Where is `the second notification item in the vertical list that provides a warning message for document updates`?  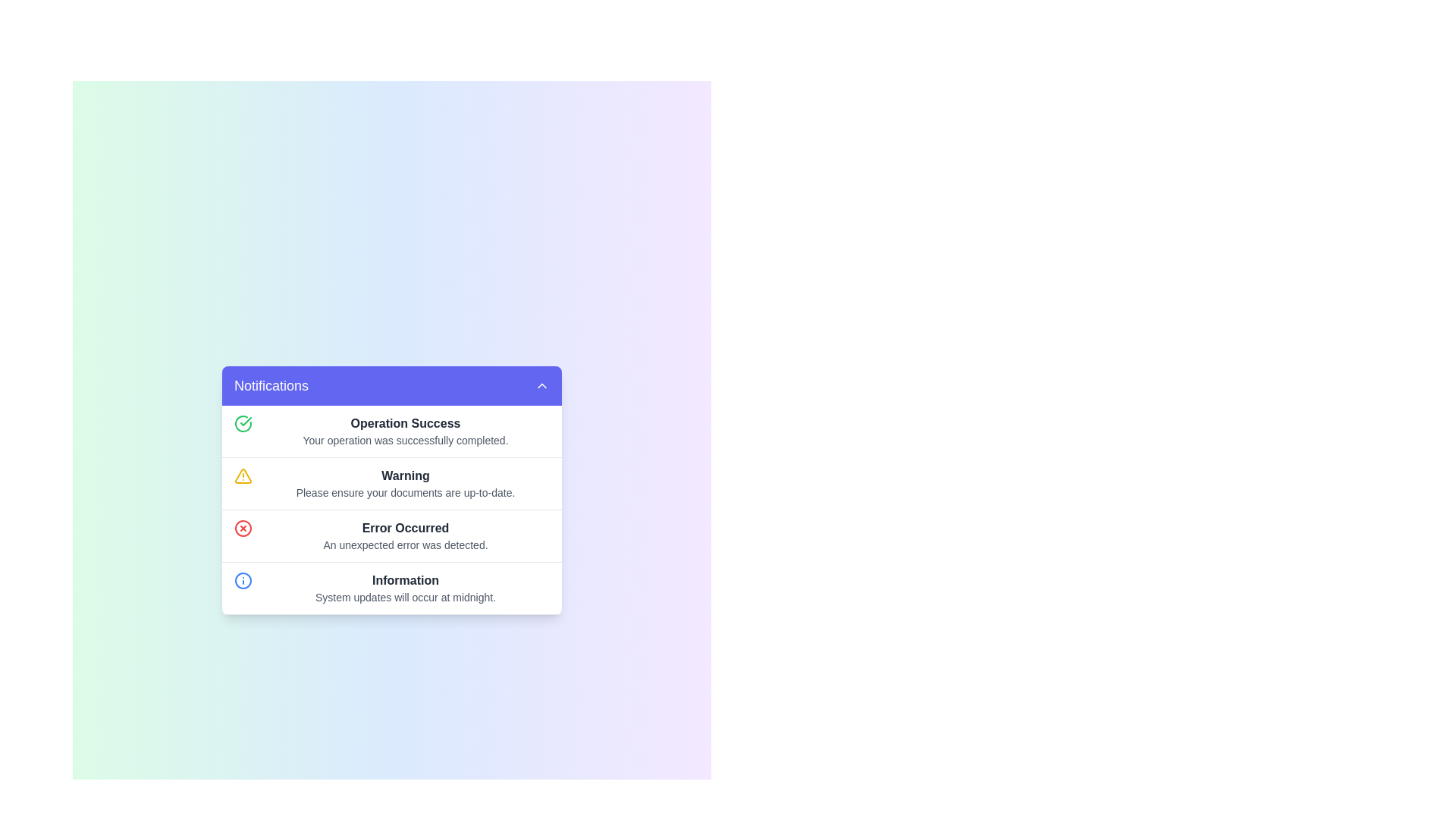
the second notification item in the vertical list that provides a warning message for document updates is located at coordinates (392, 484).